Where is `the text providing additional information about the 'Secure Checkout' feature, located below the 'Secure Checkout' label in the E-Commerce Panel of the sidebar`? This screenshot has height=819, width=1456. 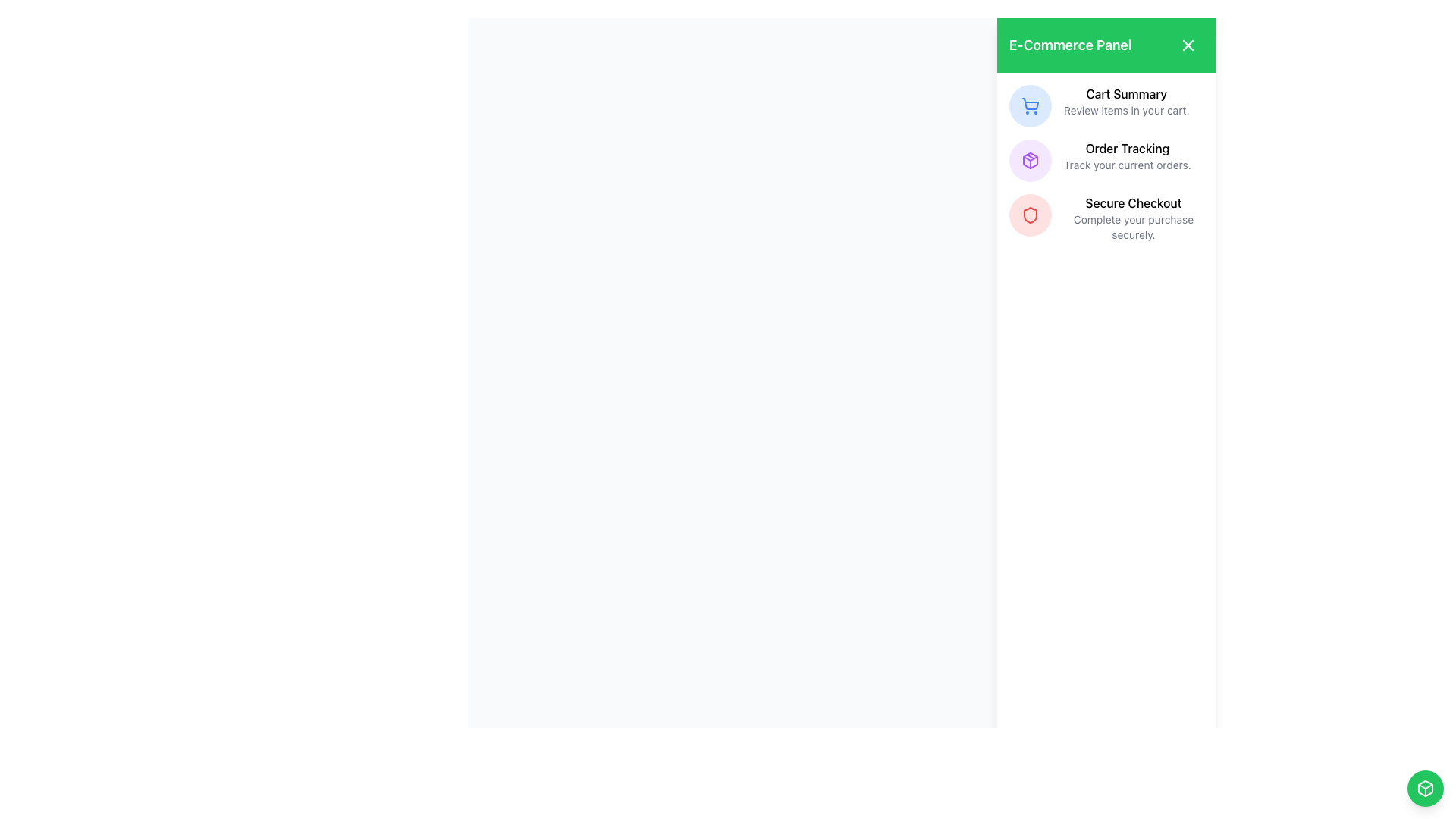
the text providing additional information about the 'Secure Checkout' feature, located below the 'Secure Checkout' label in the E-Commerce Panel of the sidebar is located at coordinates (1133, 227).